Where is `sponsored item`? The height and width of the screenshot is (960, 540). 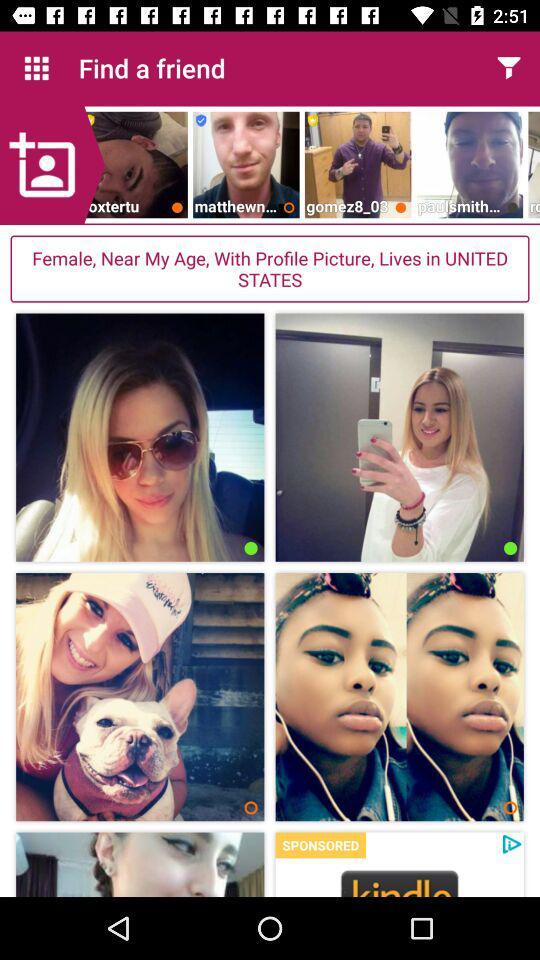
sponsored item is located at coordinates (320, 844).